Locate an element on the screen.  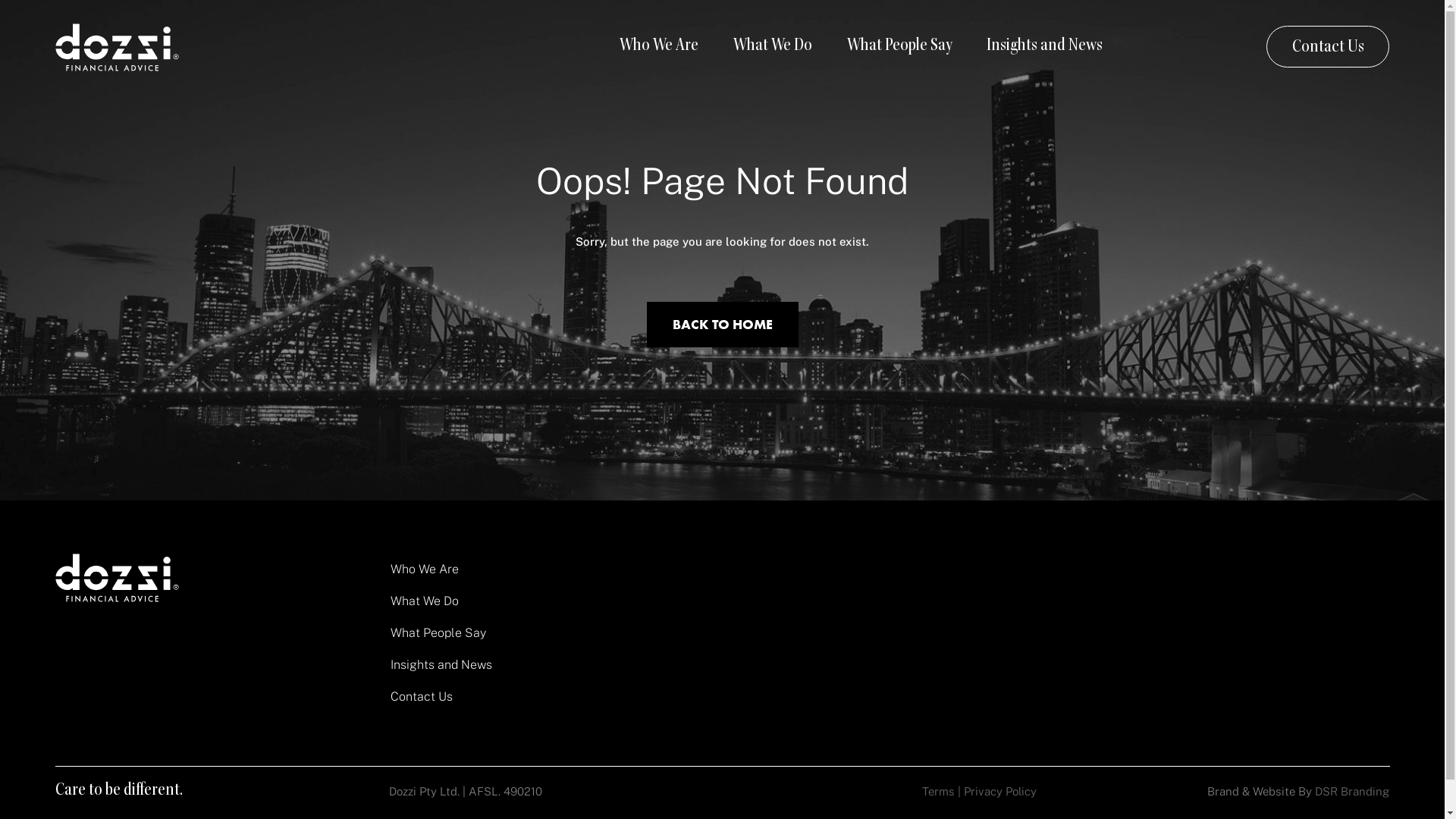
'Privacy Policy' is located at coordinates (1000, 790).